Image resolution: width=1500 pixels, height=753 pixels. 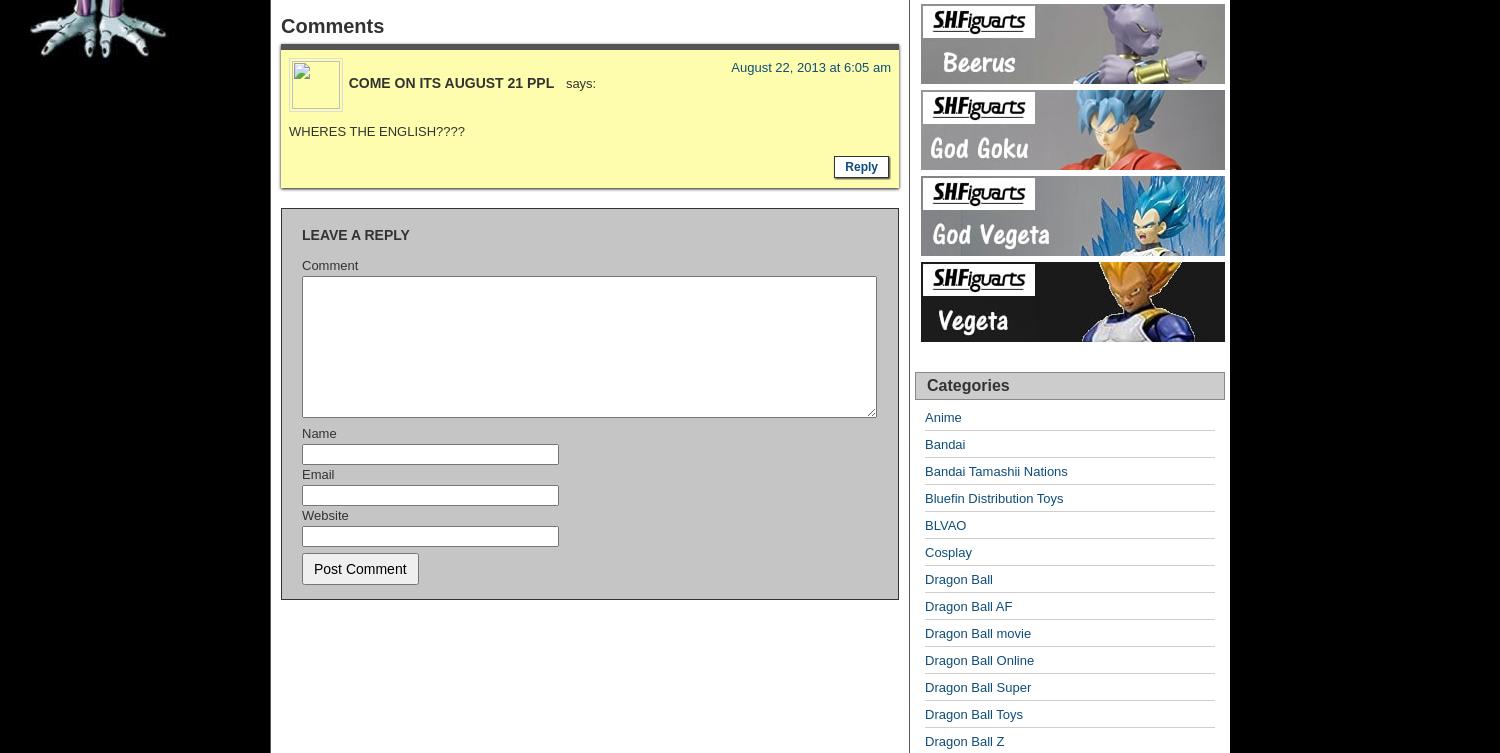 What do you see at coordinates (301, 472) in the screenshot?
I see `'Email'` at bounding box center [301, 472].